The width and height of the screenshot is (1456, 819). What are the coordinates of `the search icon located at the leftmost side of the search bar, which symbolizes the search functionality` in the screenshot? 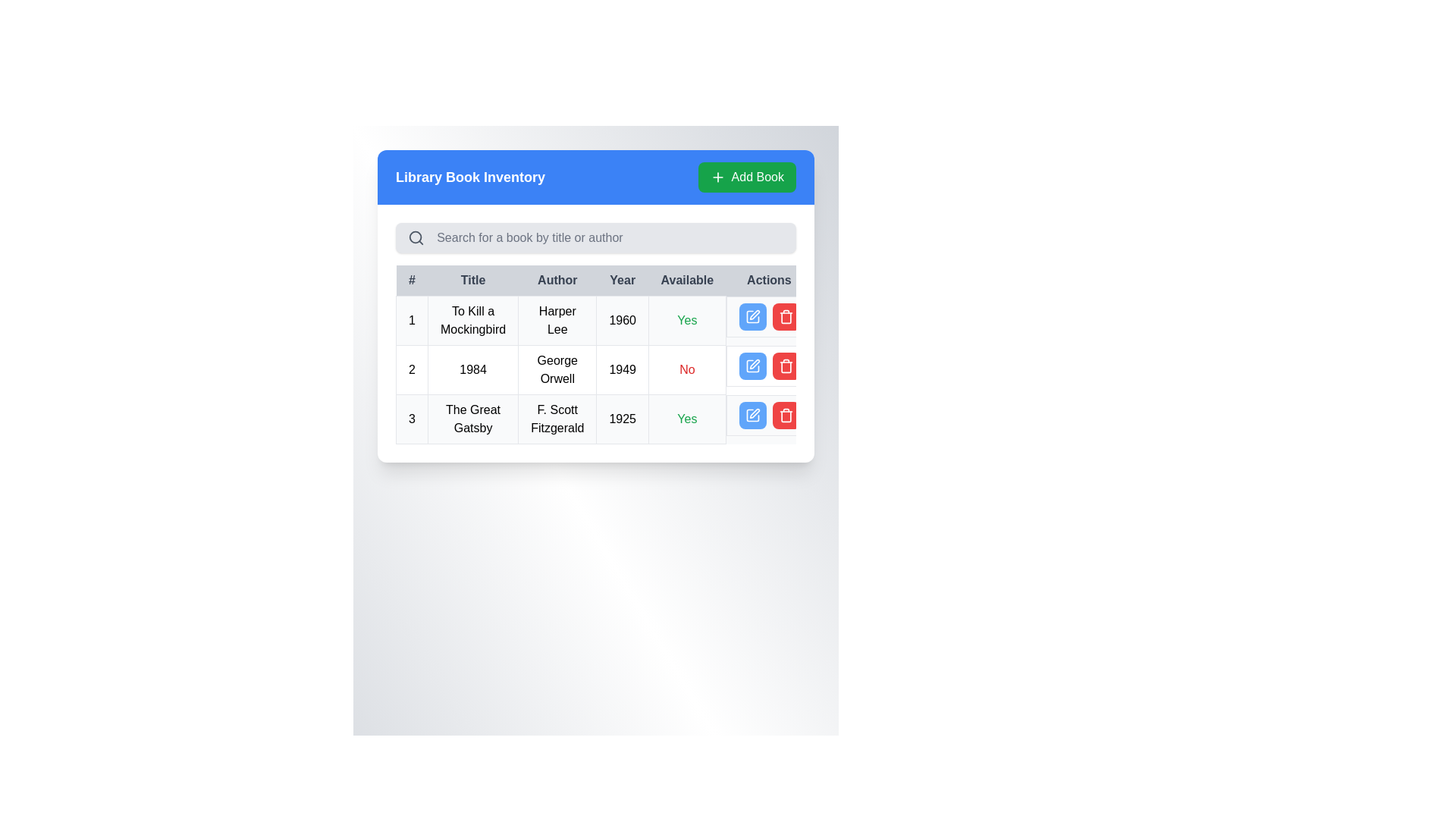 It's located at (416, 237).